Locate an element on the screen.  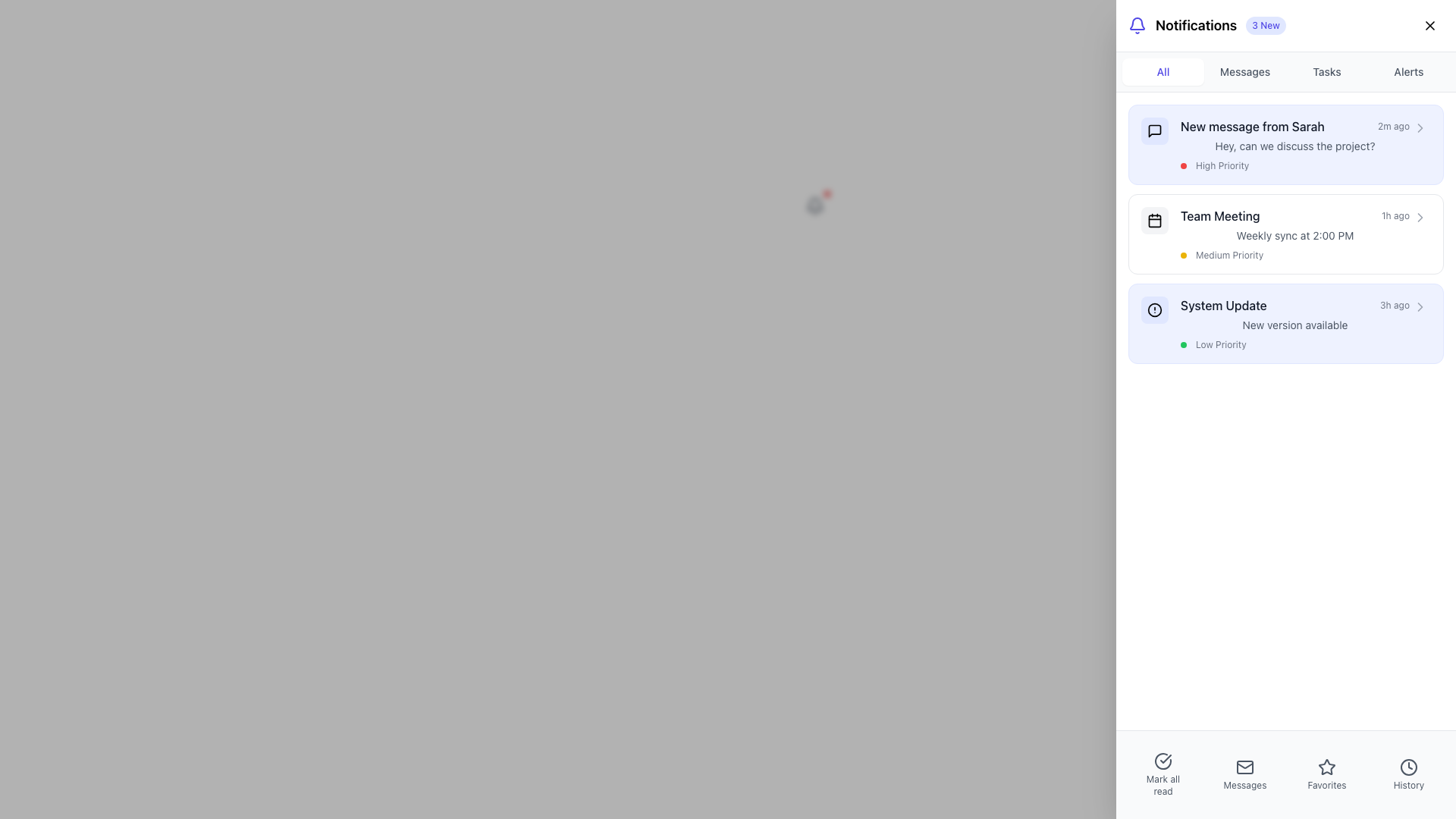
the 'Alerts' button, which is a horizontally rectangular tab located on the top-right of the tab group in the interface is located at coordinates (1407, 72).